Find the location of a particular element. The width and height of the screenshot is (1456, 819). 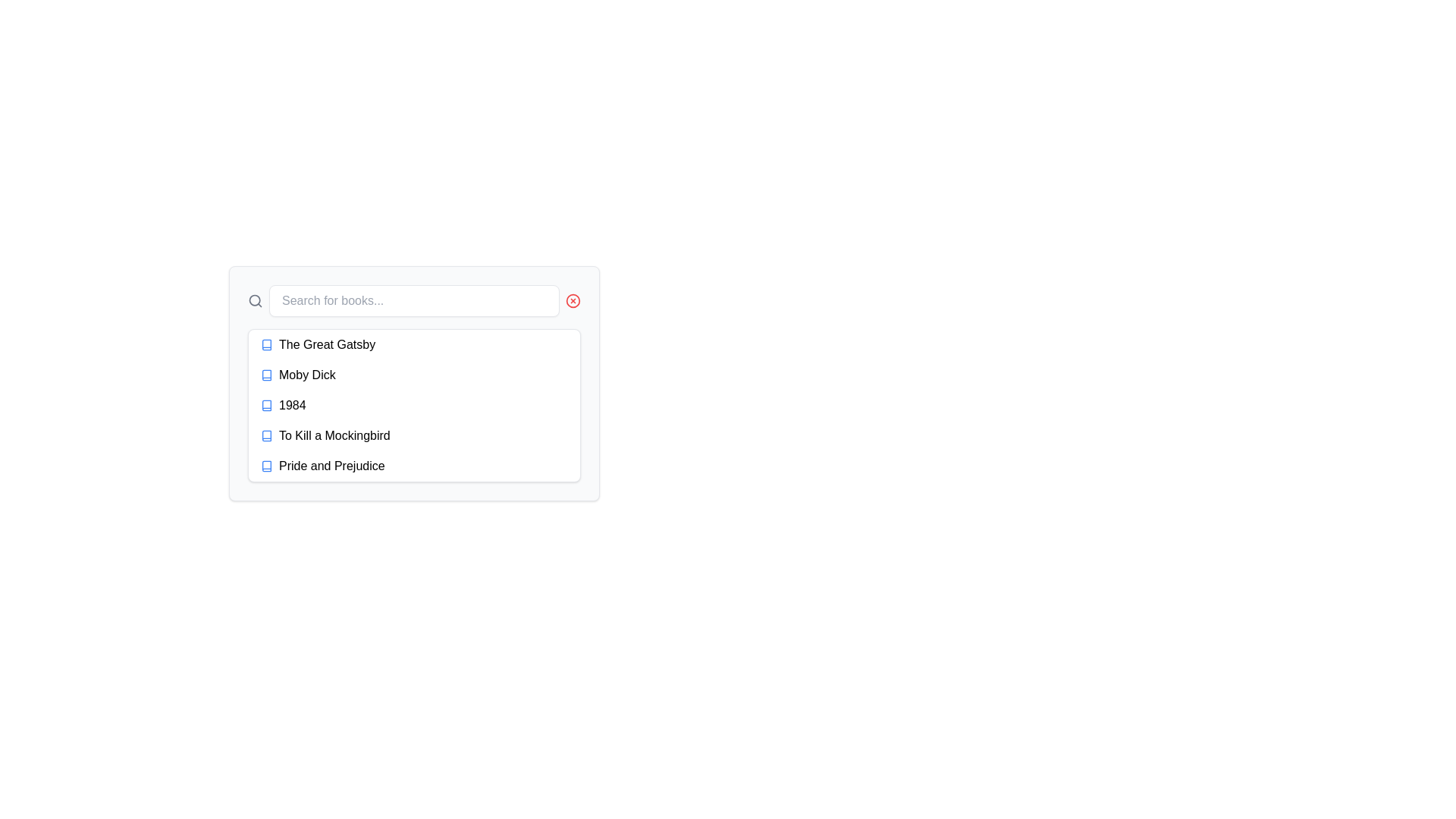

inside the centrally located search input field to focus it, which is used for filtering or searching within a list of books or similar items is located at coordinates (414, 301).